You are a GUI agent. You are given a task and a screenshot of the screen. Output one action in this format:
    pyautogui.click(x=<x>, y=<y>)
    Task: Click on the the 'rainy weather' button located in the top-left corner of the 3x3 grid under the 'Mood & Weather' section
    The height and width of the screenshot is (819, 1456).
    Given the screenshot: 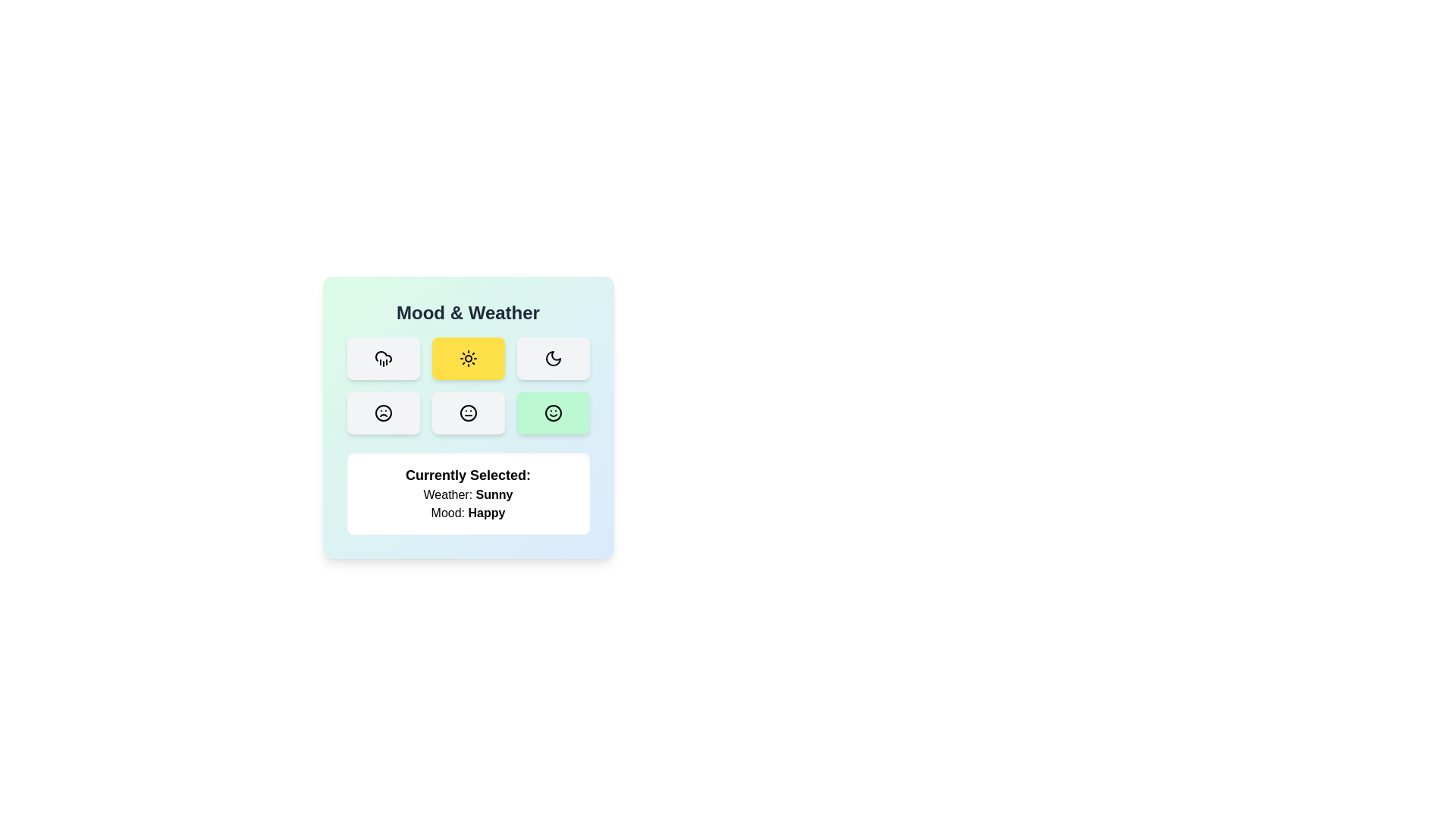 What is the action you would take?
    pyautogui.click(x=383, y=359)
    